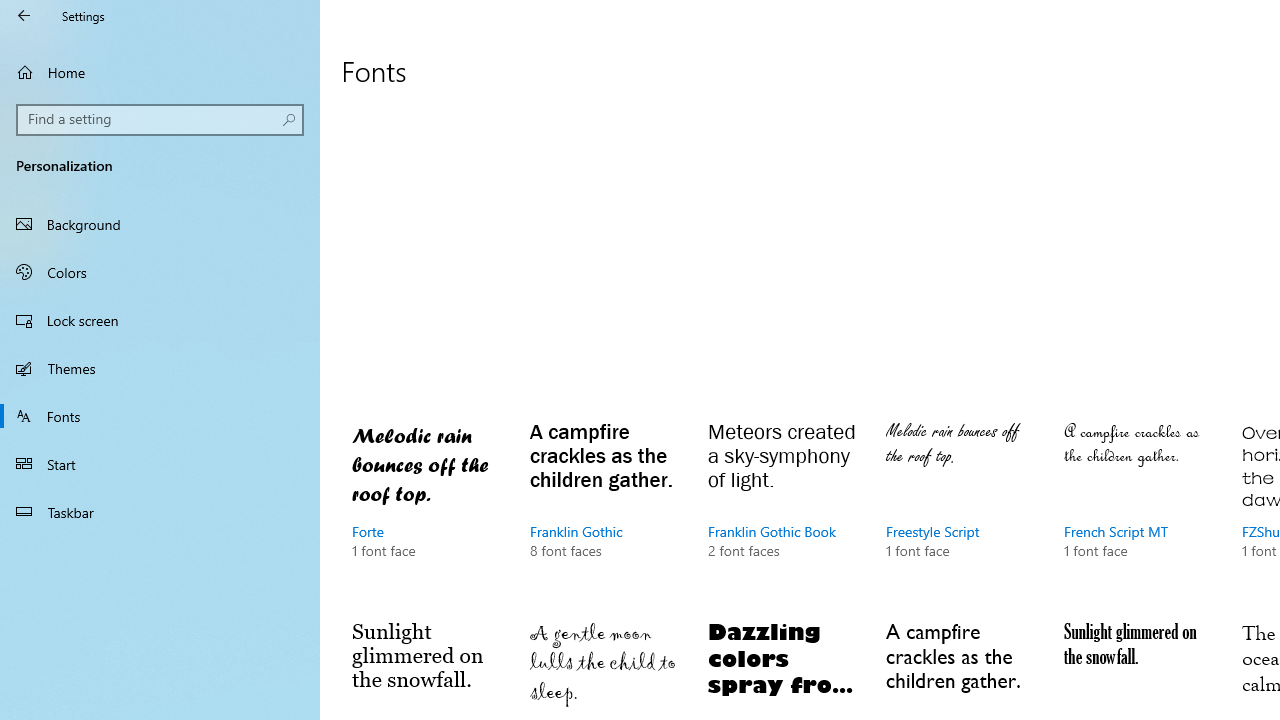  Describe the element at coordinates (160, 367) in the screenshot. I see `'Themes'` at that location.